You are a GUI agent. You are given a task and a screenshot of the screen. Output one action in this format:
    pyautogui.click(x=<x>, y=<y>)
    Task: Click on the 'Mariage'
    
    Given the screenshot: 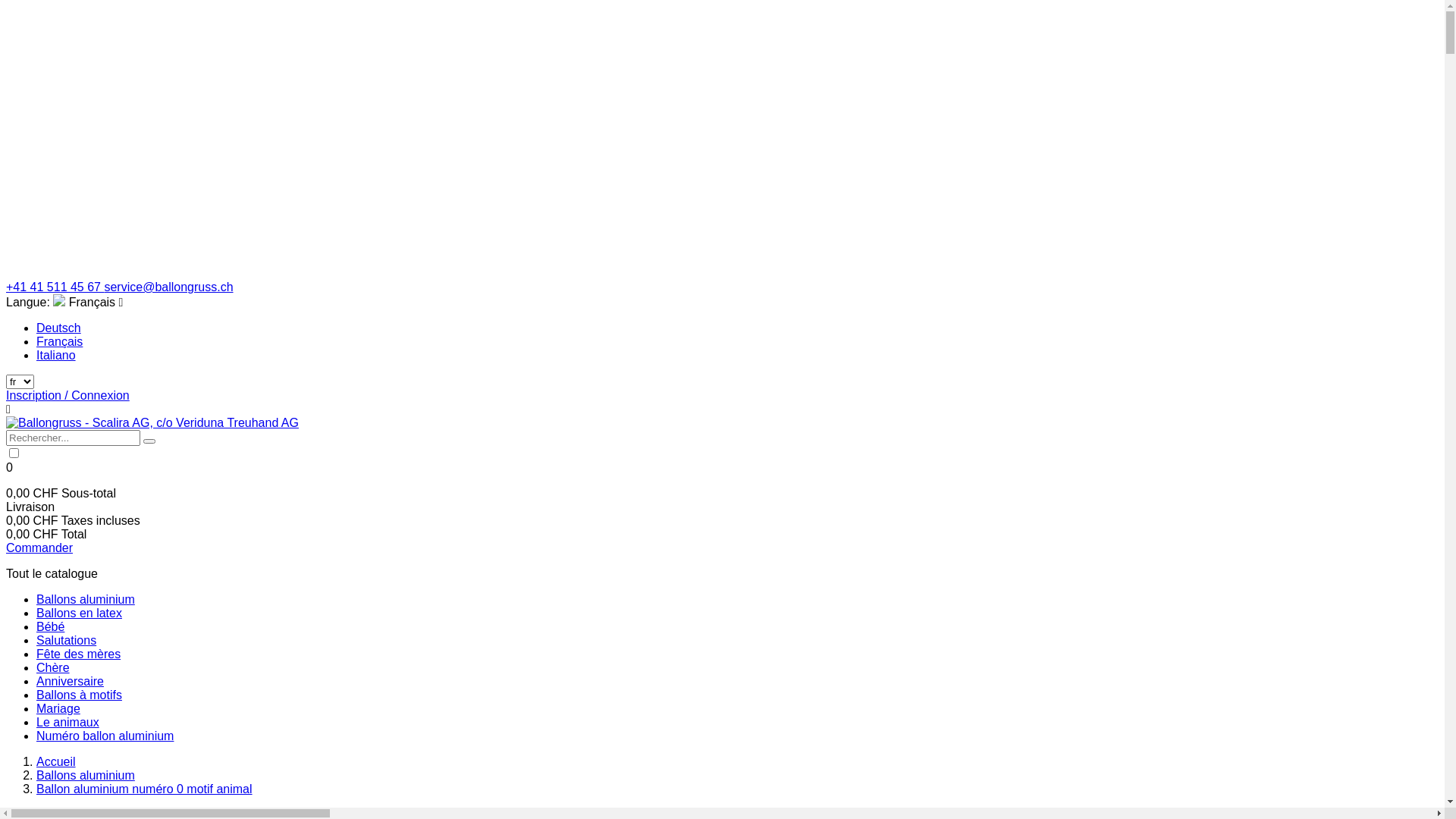 What is the action you would take?
    pyautogui.click(x=58, y=708)
    